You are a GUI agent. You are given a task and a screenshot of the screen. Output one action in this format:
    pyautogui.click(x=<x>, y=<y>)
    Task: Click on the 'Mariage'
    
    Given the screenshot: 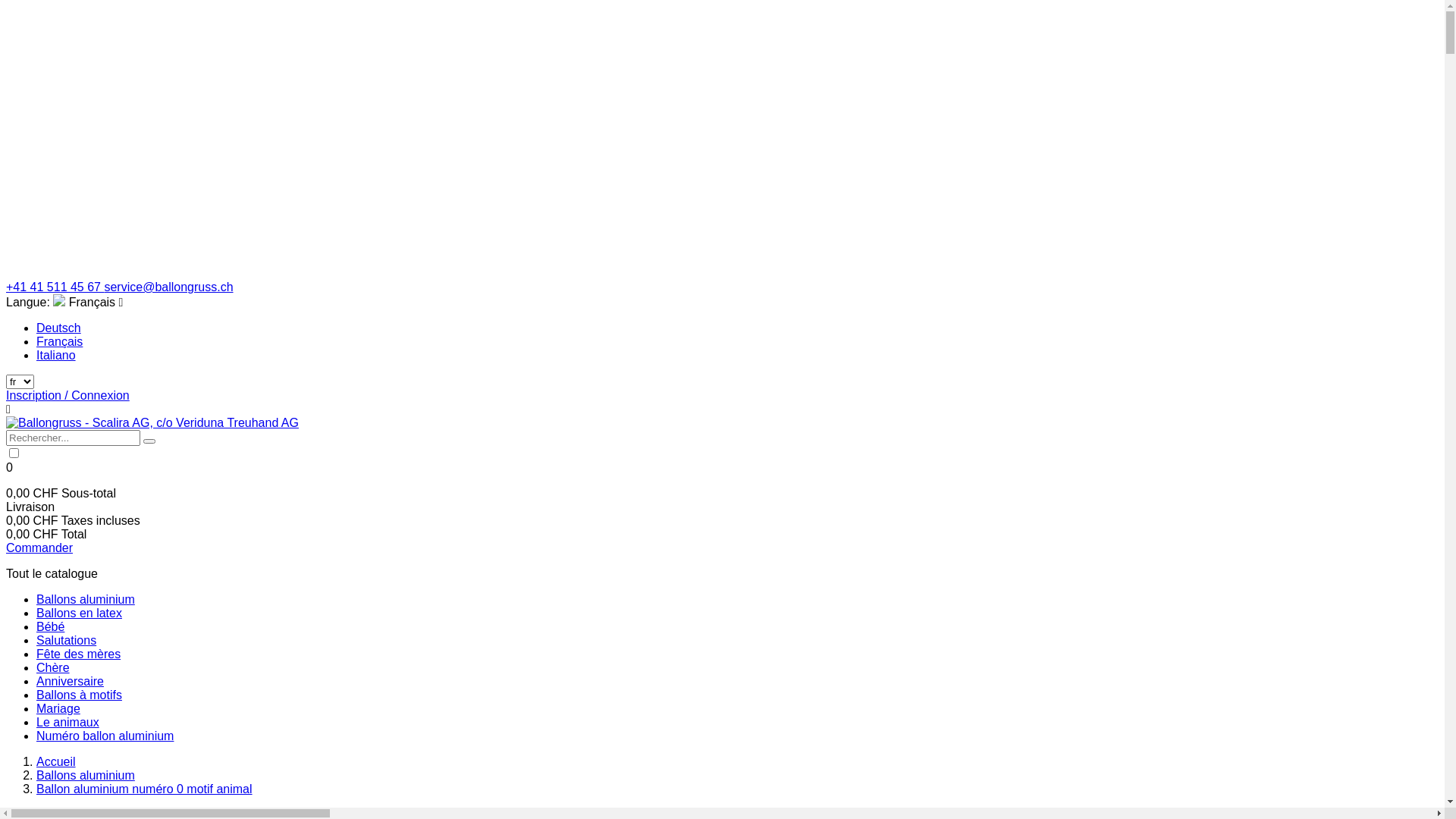 What is the action you would take?
    pyautogui.click(x=58, y=708)
    